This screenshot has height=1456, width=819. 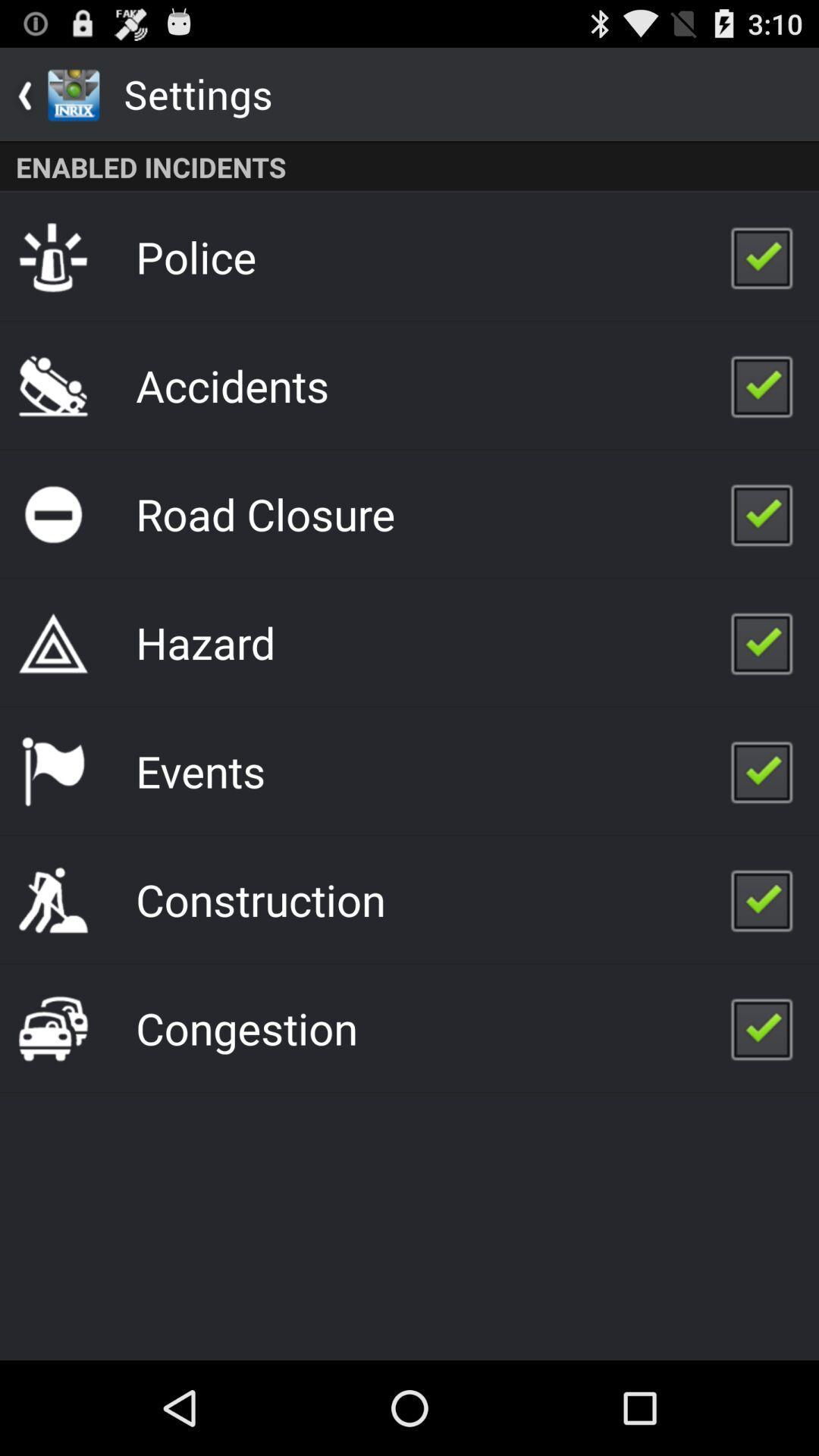 I want to click on construction item, so click(x=259, y=899).